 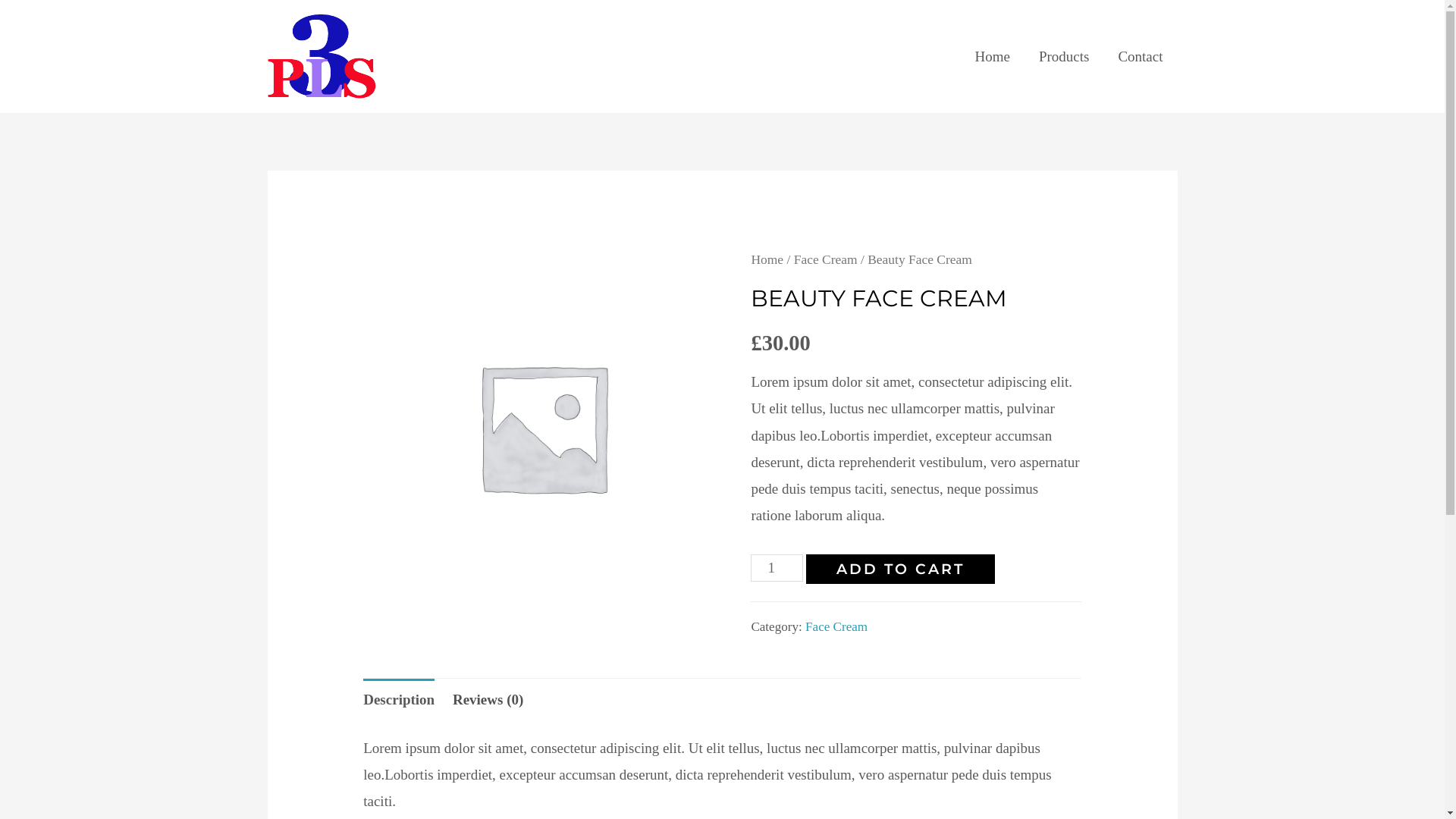 I want to click on 'Face Cream', so click(x=825, y=259).